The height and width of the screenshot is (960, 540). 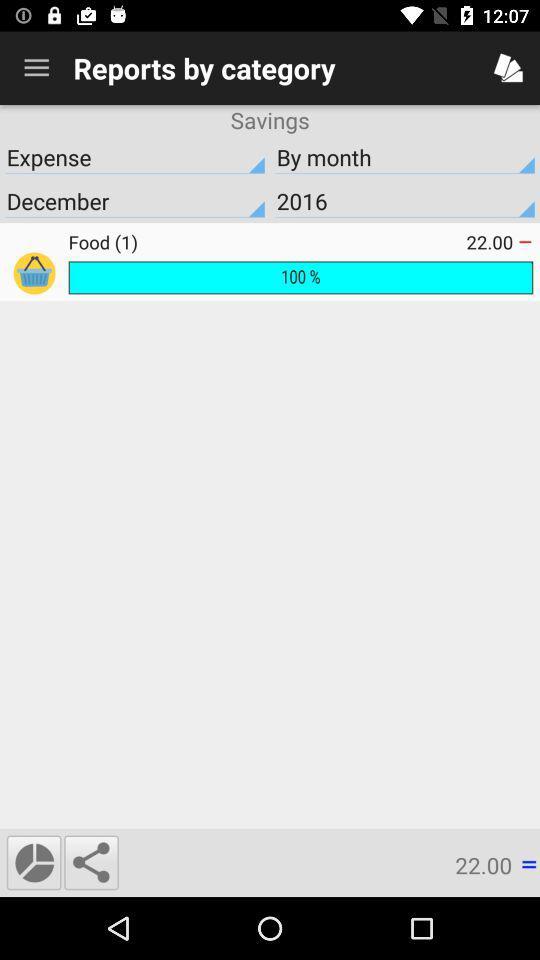 I want to click on show as a pie chart, so click(x=33, y=861).